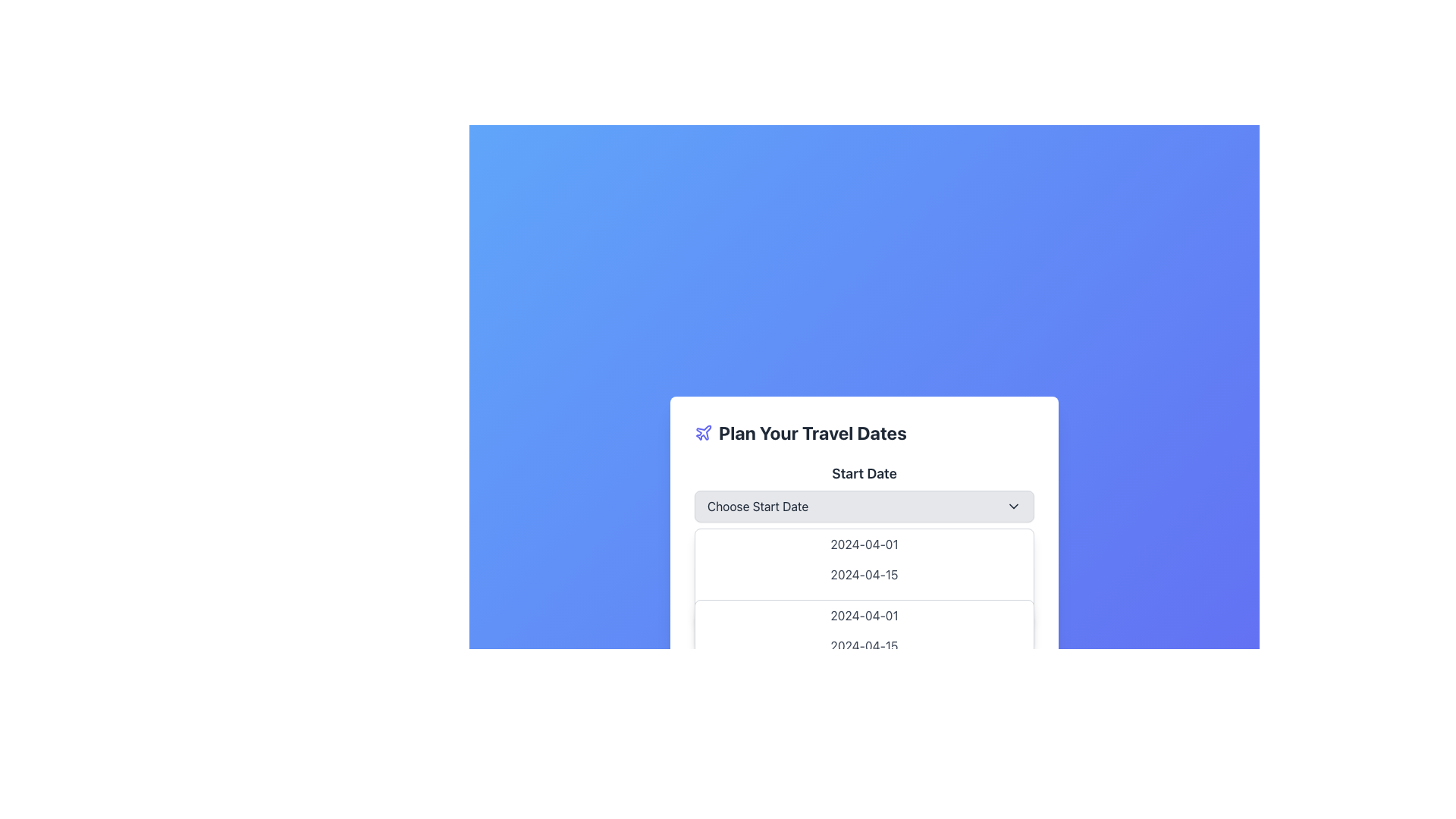  I want to click on the first date option in the dropdown menu for selecting a start date located below the label 'Start Date', so click(864, 616).